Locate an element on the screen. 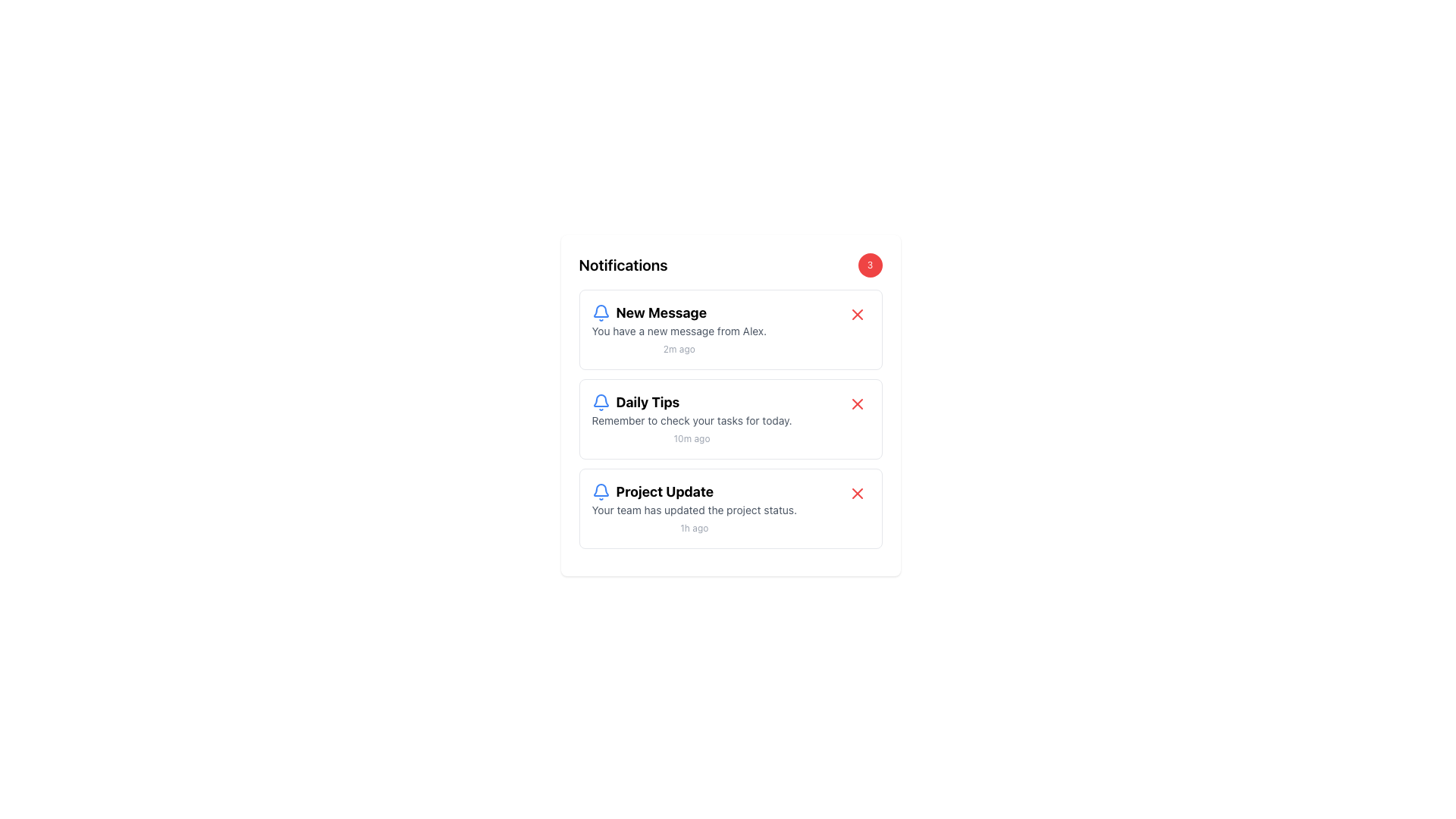 This screenshot has width=1456, height=819. the circular red 'X' button in the top-right corner of the 'Project Update' notification card is located at coordinates (857, 494).